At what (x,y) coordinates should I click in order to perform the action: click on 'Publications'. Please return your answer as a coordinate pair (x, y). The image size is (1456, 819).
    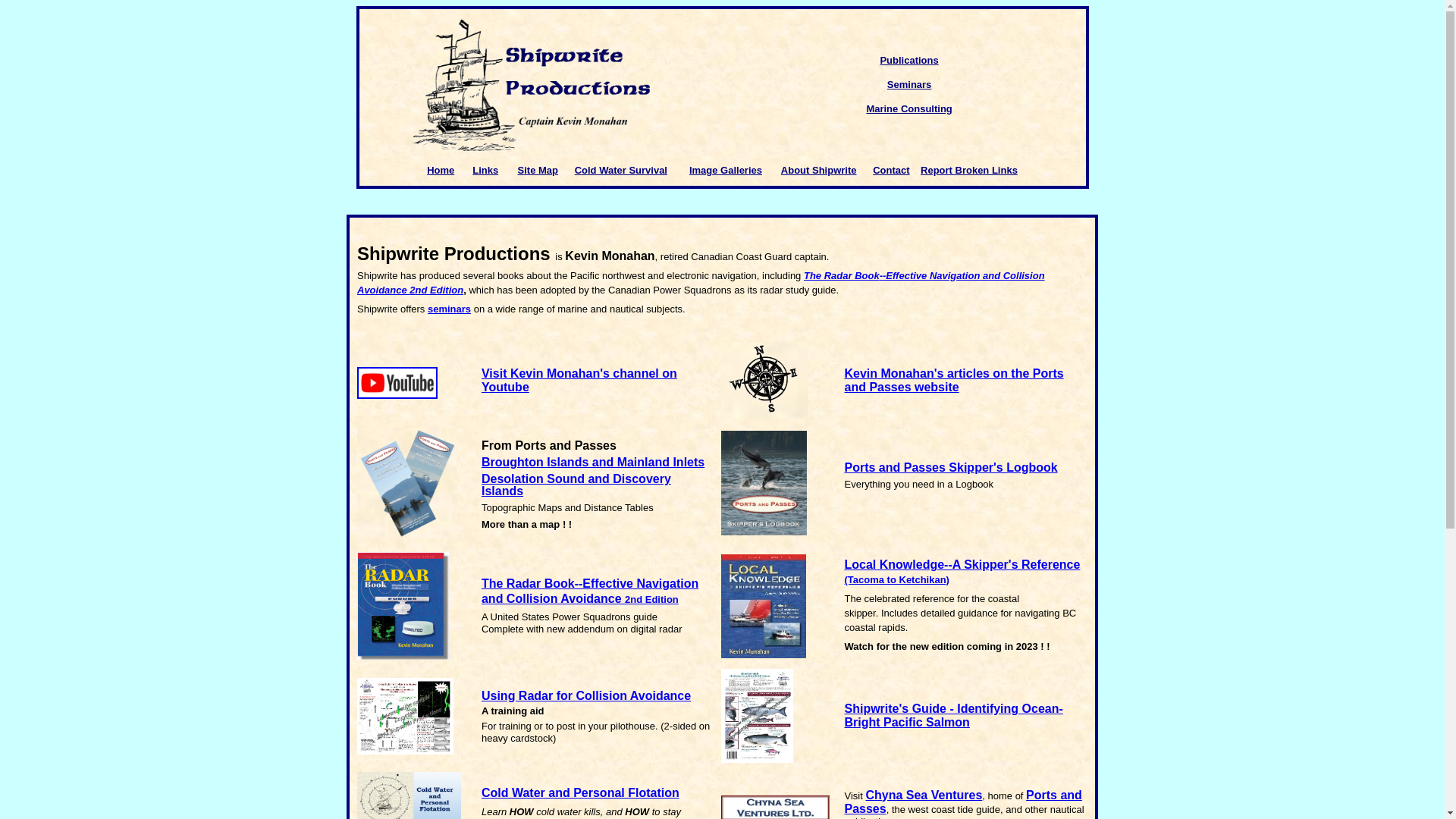
    Looking at the image, I should click on (908, 59).